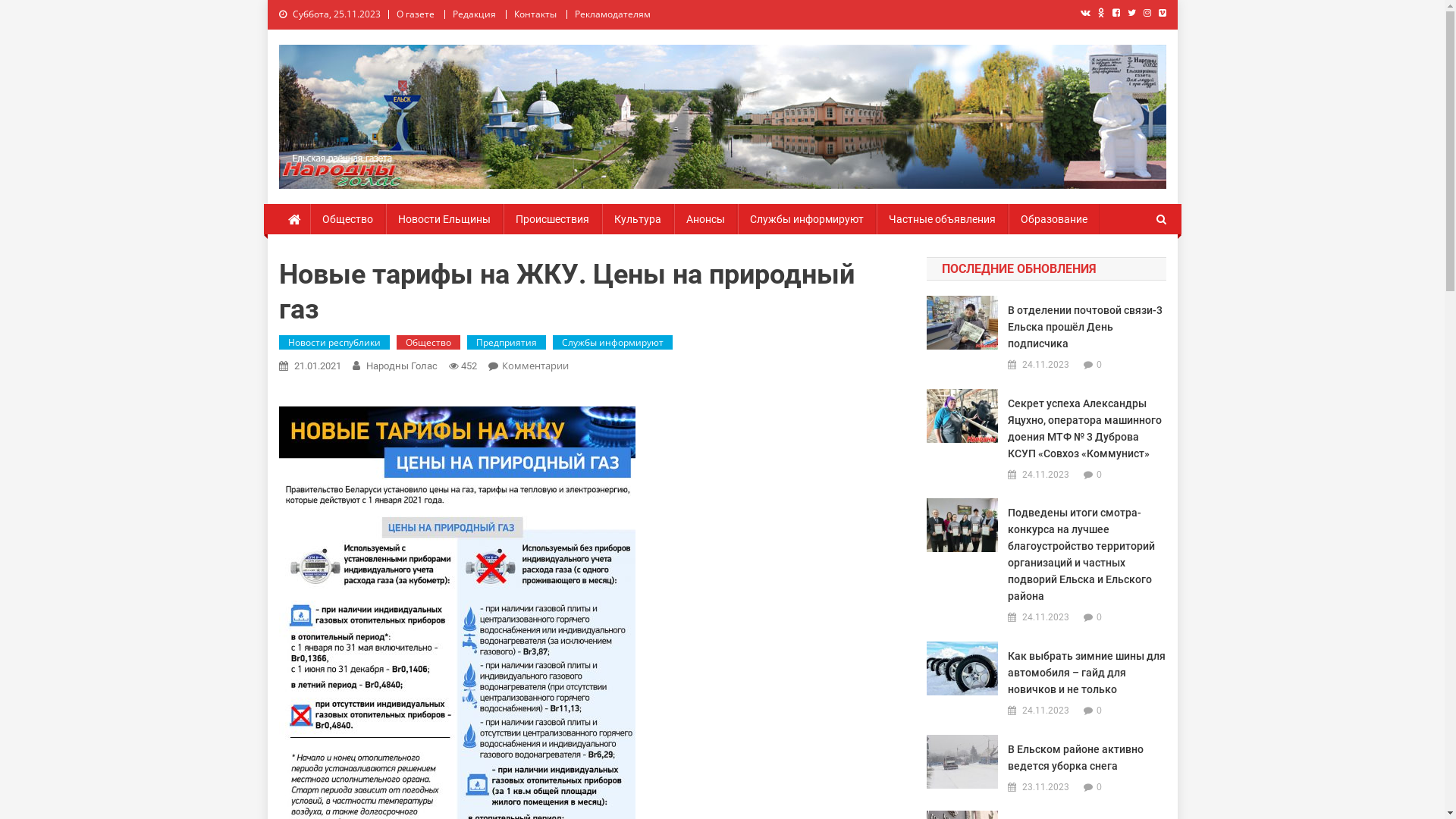 The width and height of the screenshot is (1456, 819). I want to click on '24.11.2023', so click(1044, 475).